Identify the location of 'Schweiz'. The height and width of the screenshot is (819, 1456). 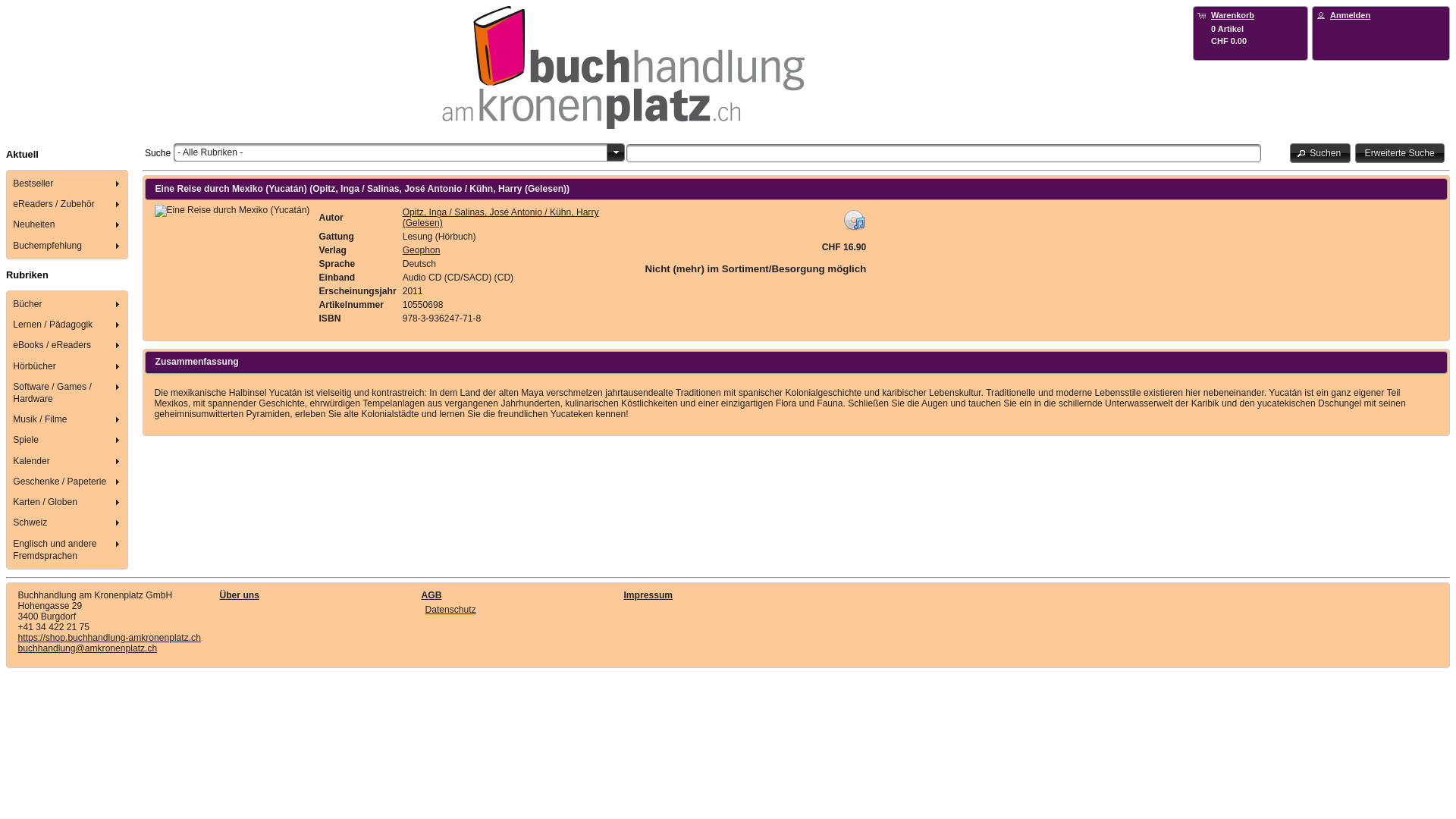
(67, 522).